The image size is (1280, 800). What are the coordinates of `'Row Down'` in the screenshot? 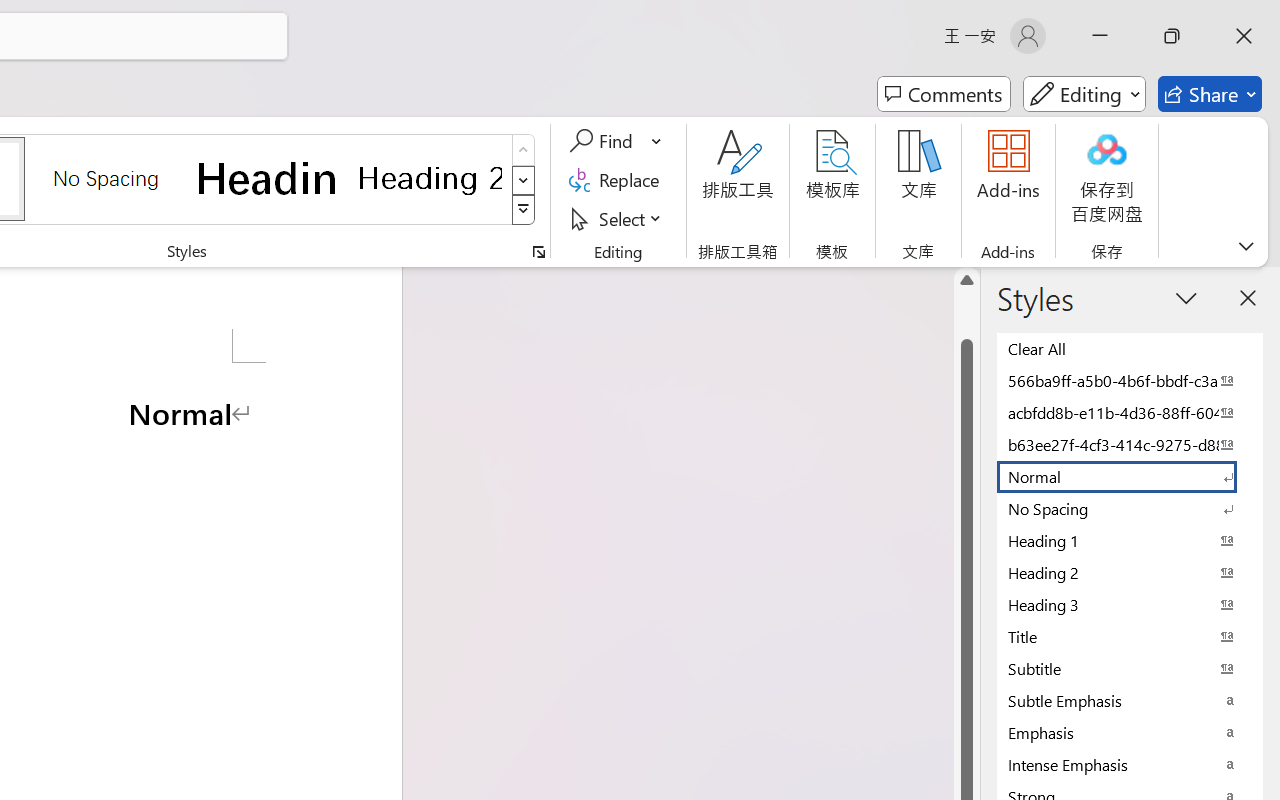 It's located at (523, 179).